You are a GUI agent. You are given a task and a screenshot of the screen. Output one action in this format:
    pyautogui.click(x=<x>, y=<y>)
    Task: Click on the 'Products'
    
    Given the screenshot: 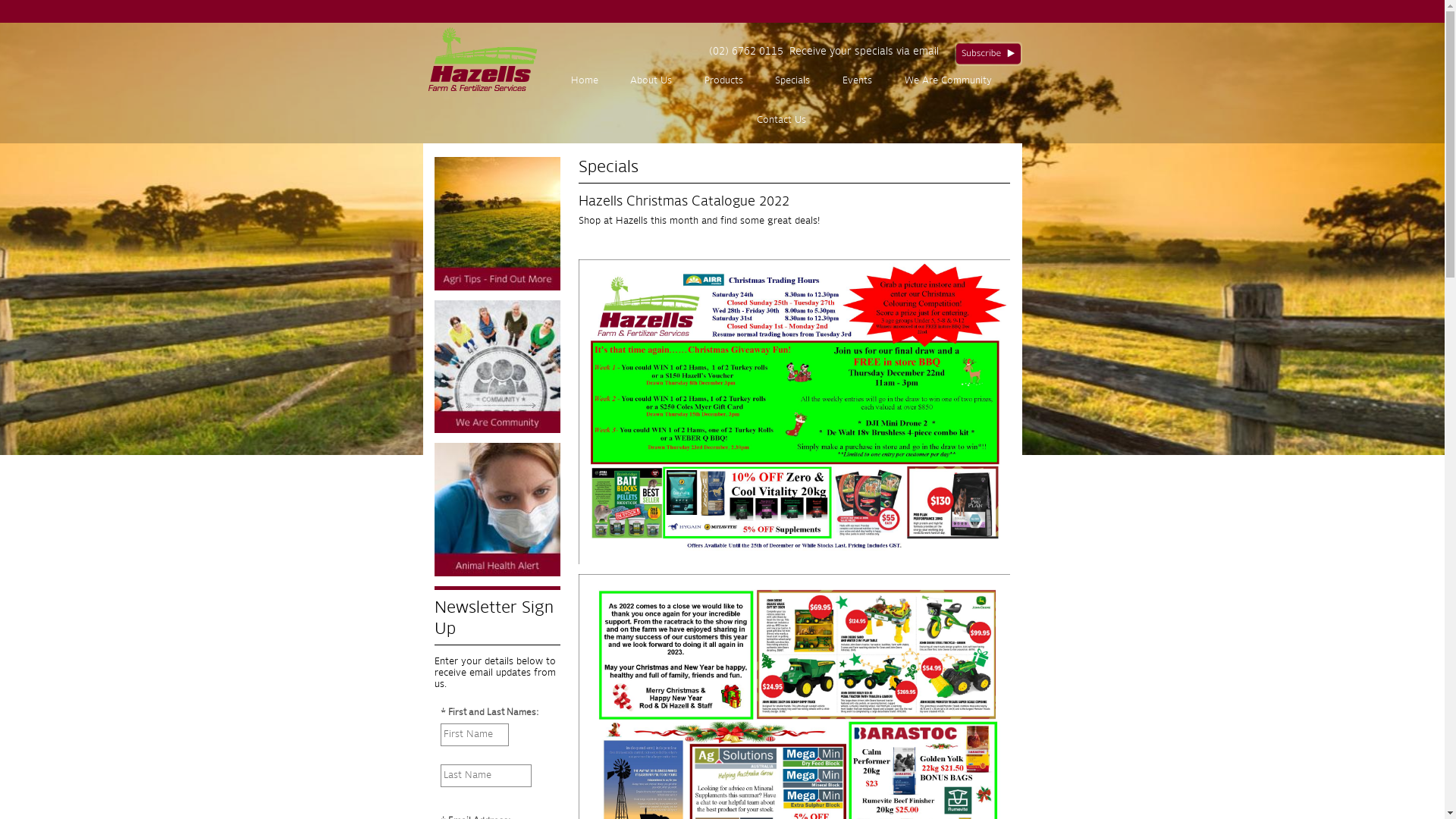 What is the action you would take?
    pyautogui.click(x=687, y=81)
    